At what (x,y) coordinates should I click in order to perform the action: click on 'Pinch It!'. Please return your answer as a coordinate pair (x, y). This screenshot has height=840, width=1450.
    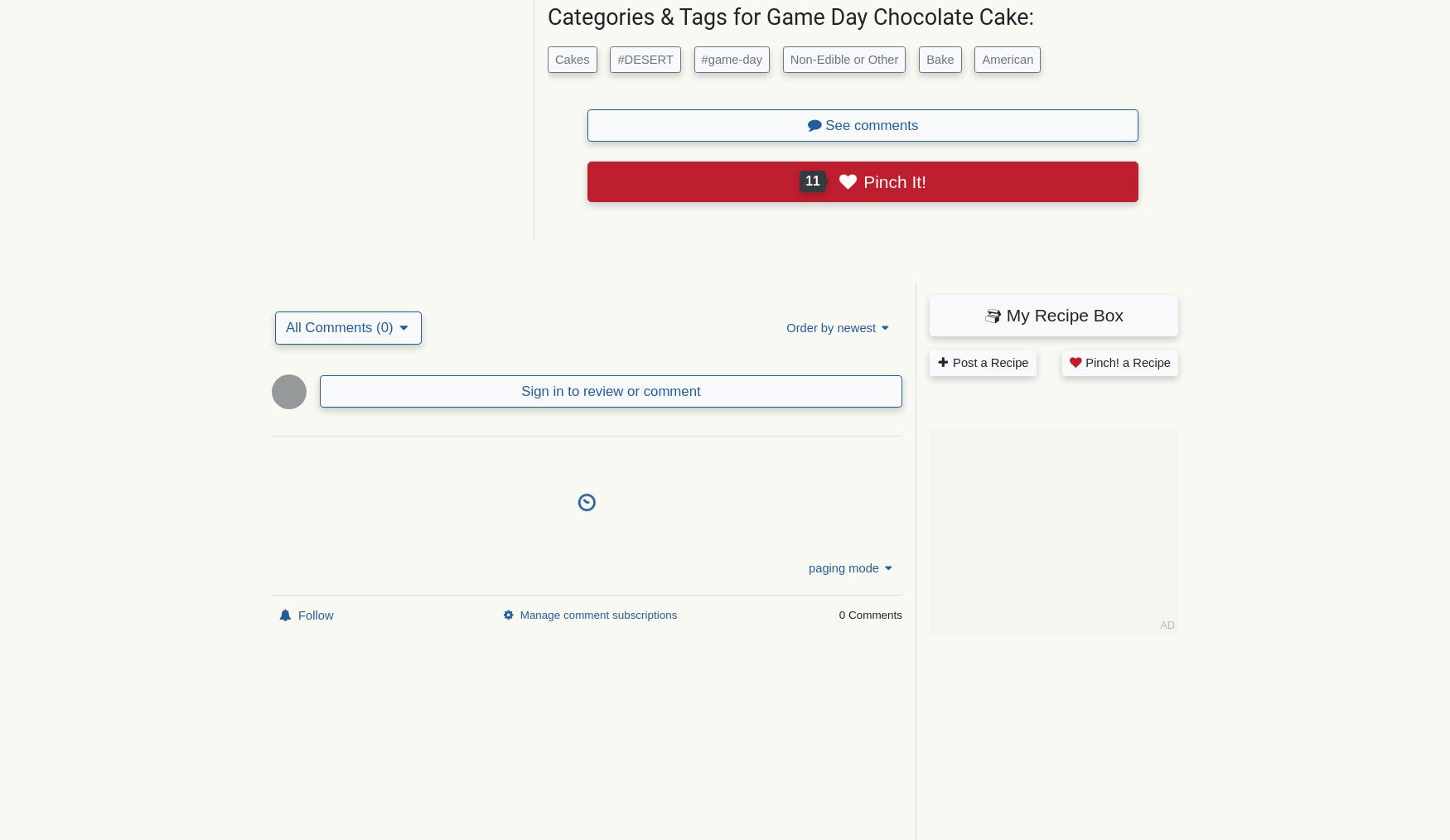
    Looking at the image, I should click on (894, 180).